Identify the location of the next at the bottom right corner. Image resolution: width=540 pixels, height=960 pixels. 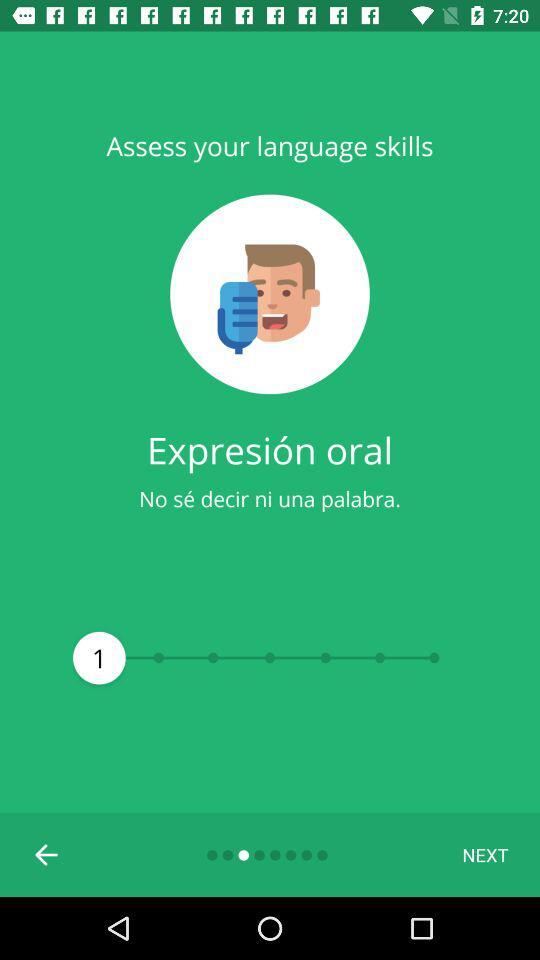
(484, 853).